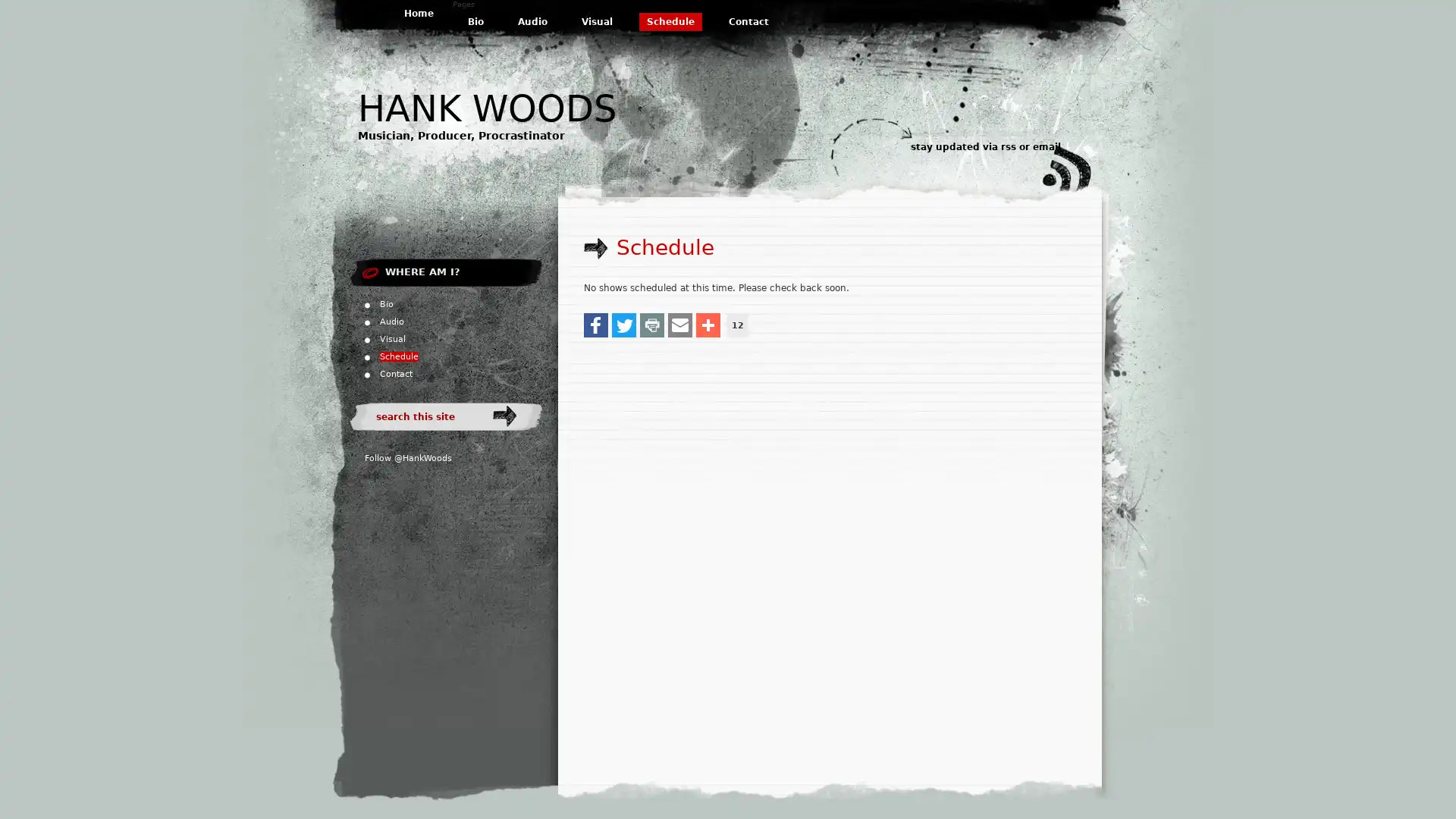  I want to click on Share to Email, so click(679, 324).